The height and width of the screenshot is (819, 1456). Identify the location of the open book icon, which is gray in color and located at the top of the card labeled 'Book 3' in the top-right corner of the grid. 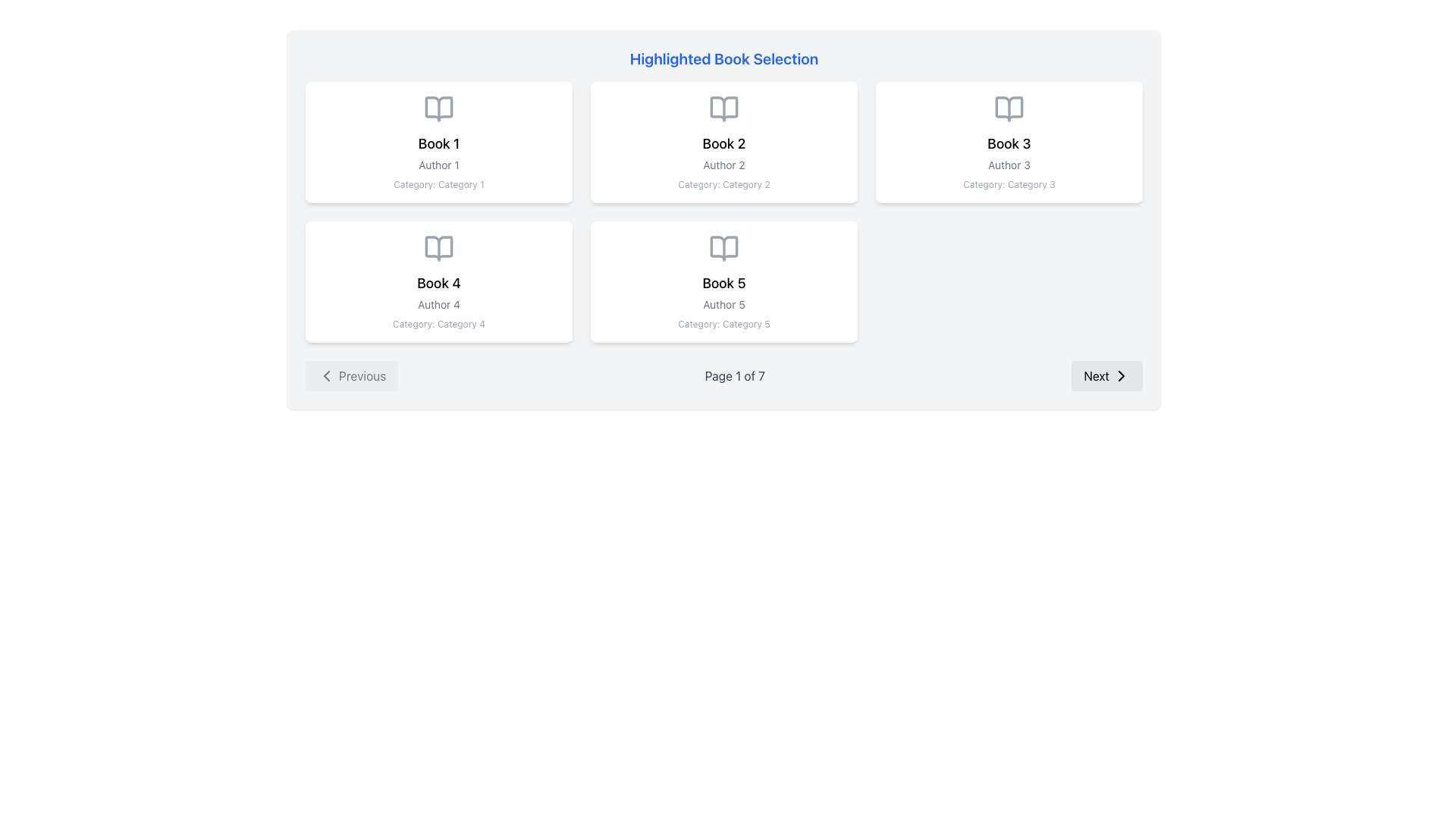
(1009, 108).